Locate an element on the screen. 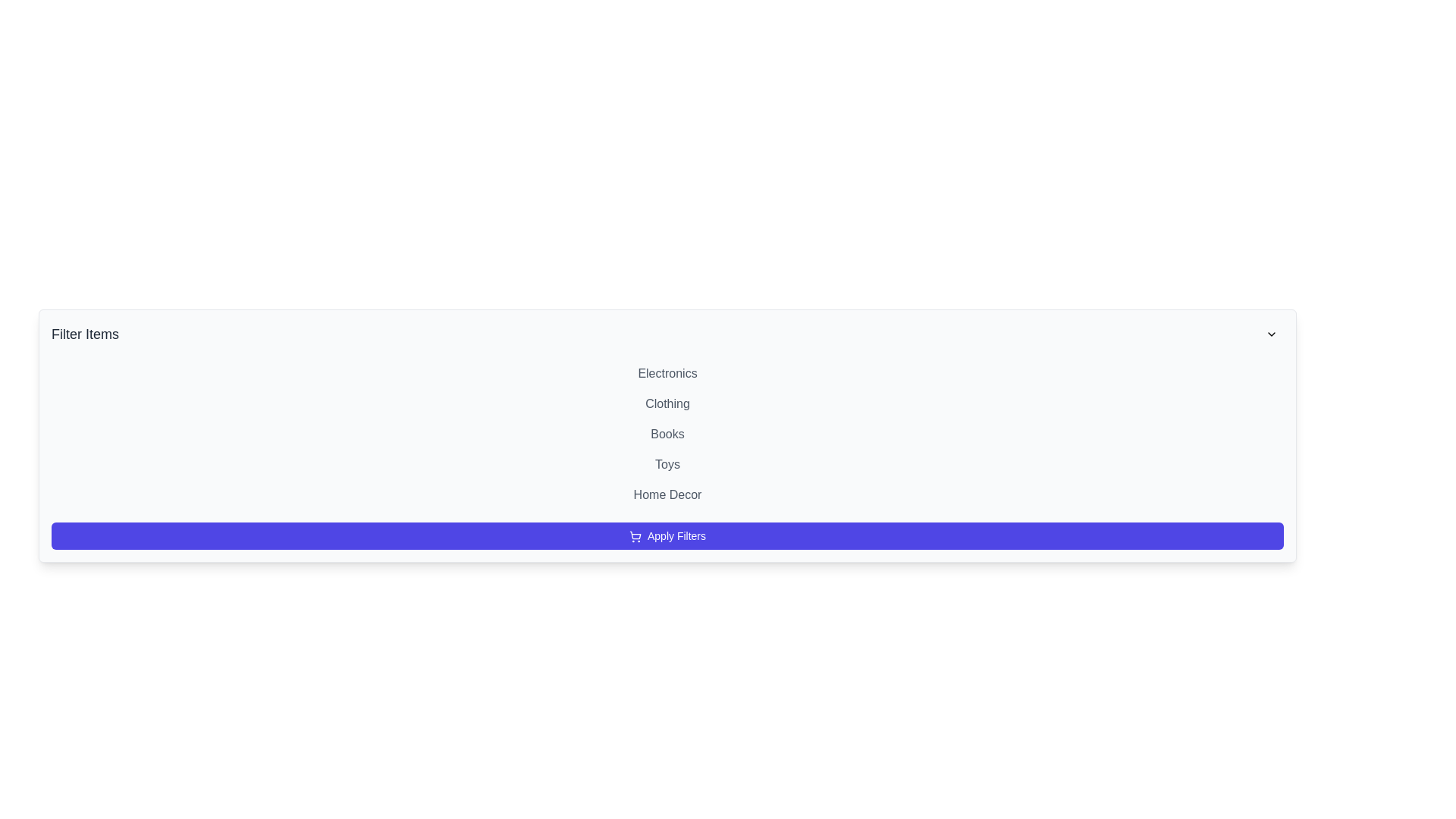  the 'Apply Filters' button, which is a rectangular button with a vibrant purple background and the text 'Apply Filters' in white, located at the bottom of the filter panel is located at coordinates (667, 535).